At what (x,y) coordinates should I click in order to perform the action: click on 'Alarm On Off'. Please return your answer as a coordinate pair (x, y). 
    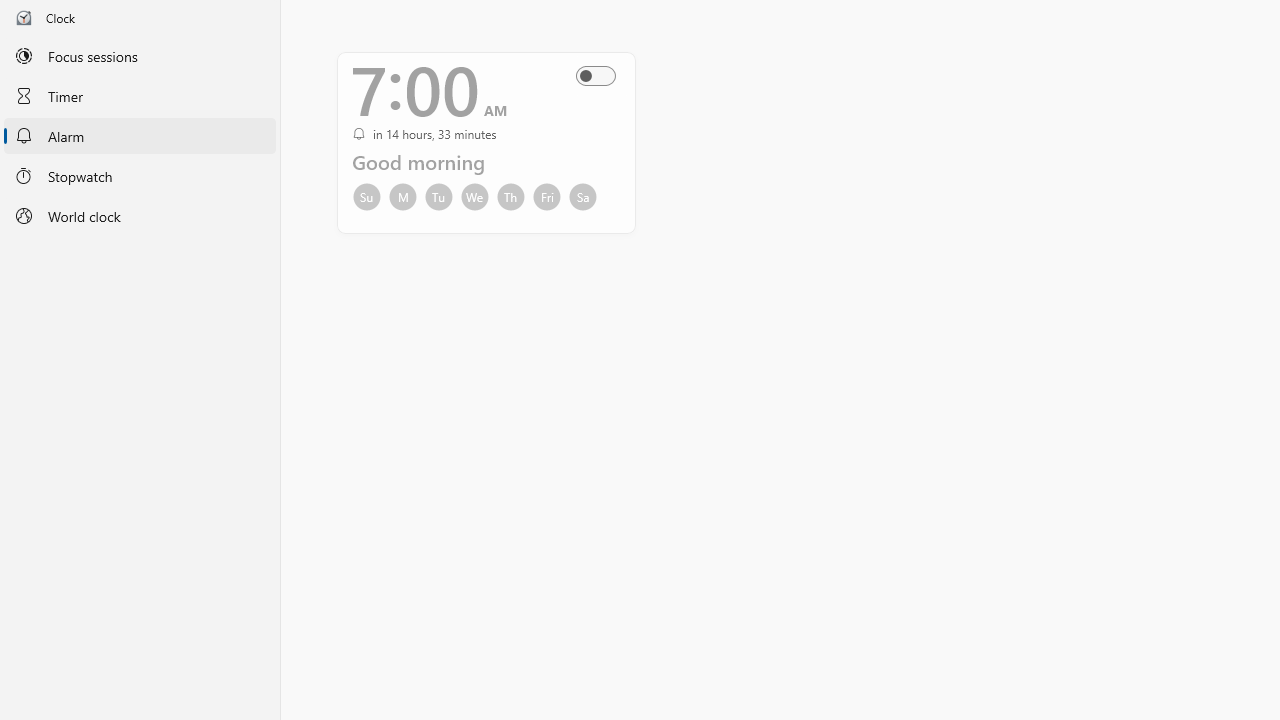
    Looking at the image, I should click on (601, 74).